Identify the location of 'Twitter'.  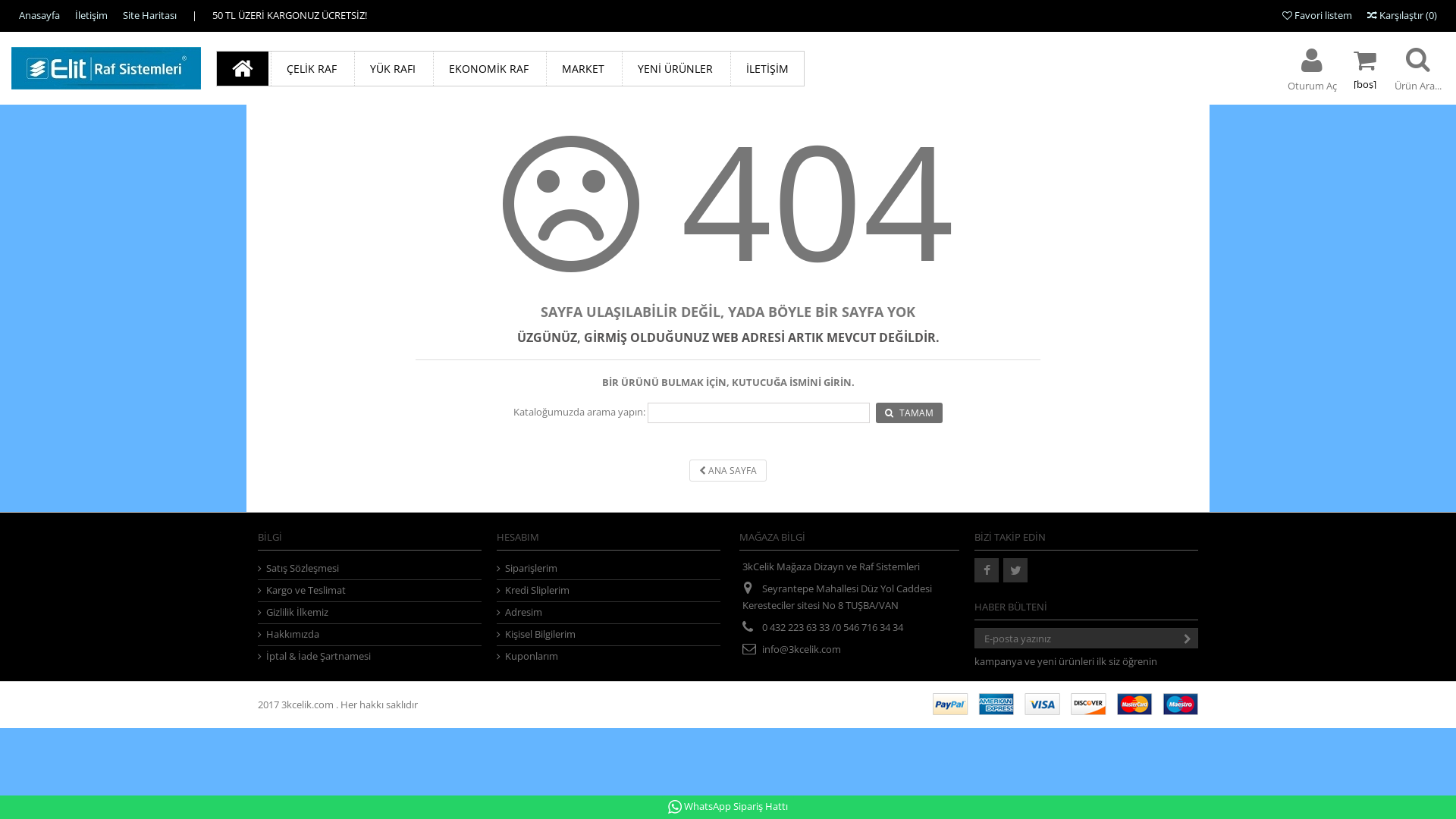
(1015, 570).